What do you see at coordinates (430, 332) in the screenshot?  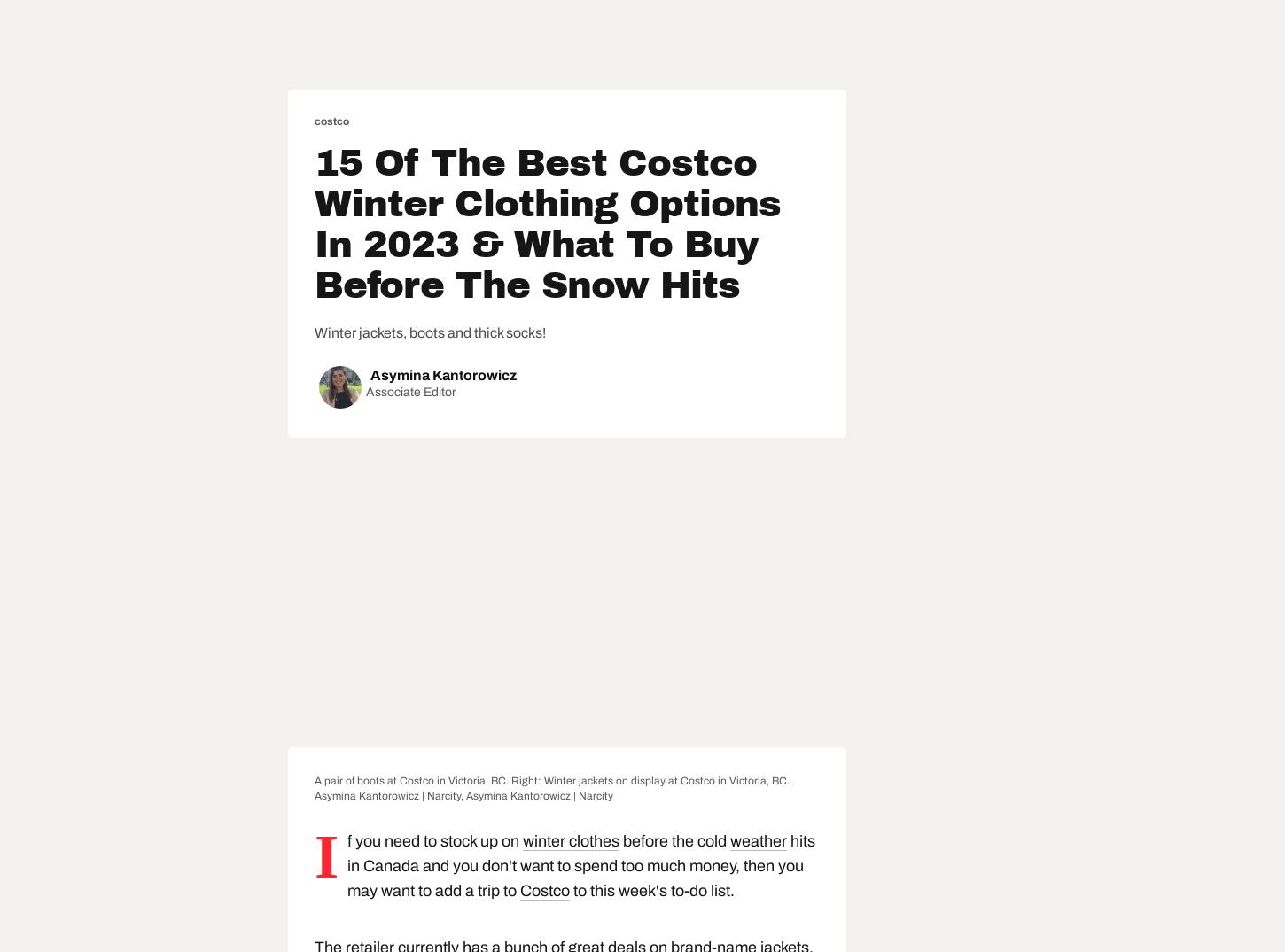 I see `'Winter jackets, boots and thick socks!'` at bounding box center [430, 332].